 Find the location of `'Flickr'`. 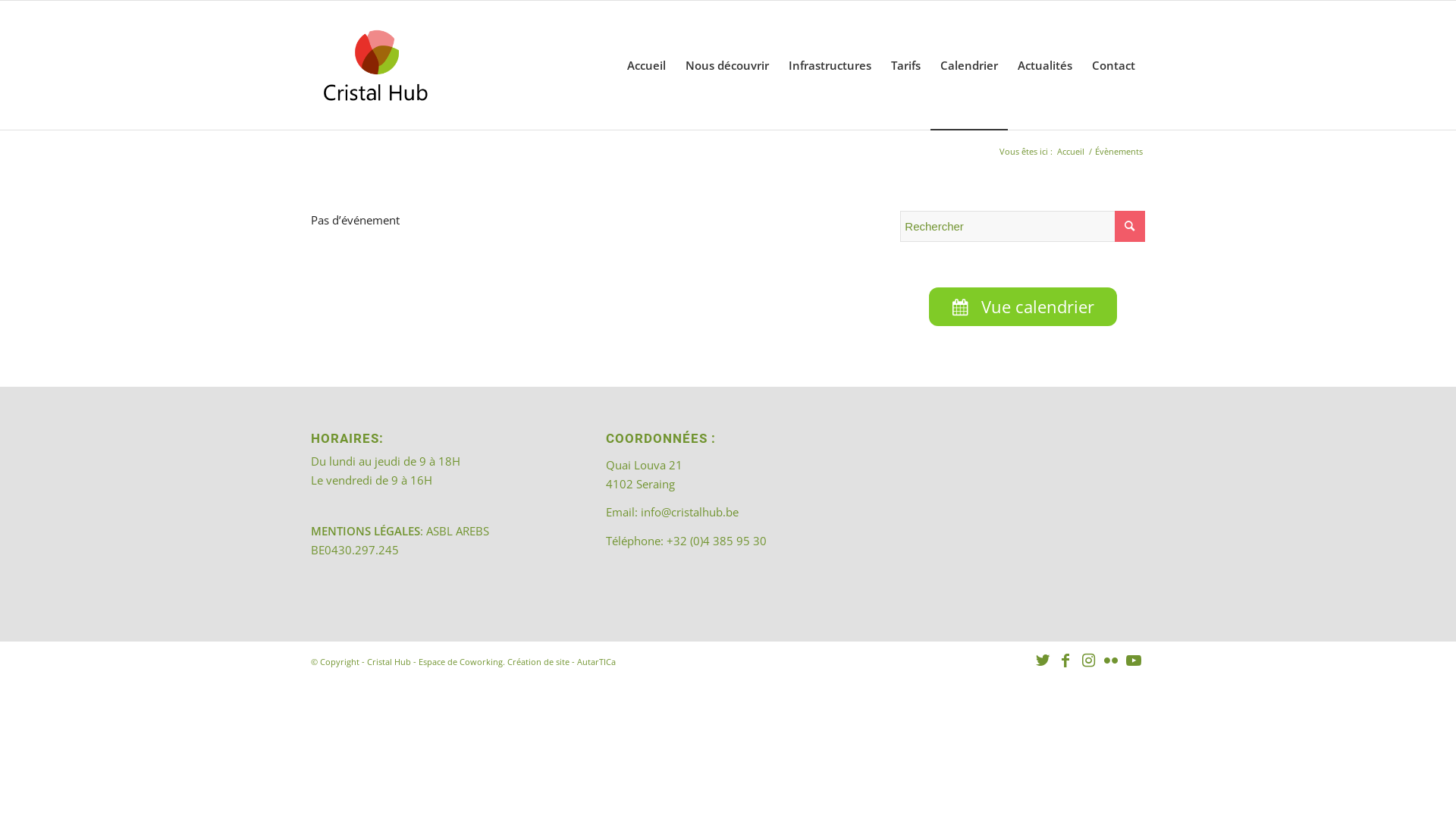

'Flickr' is located at coordinates (1110, 660).